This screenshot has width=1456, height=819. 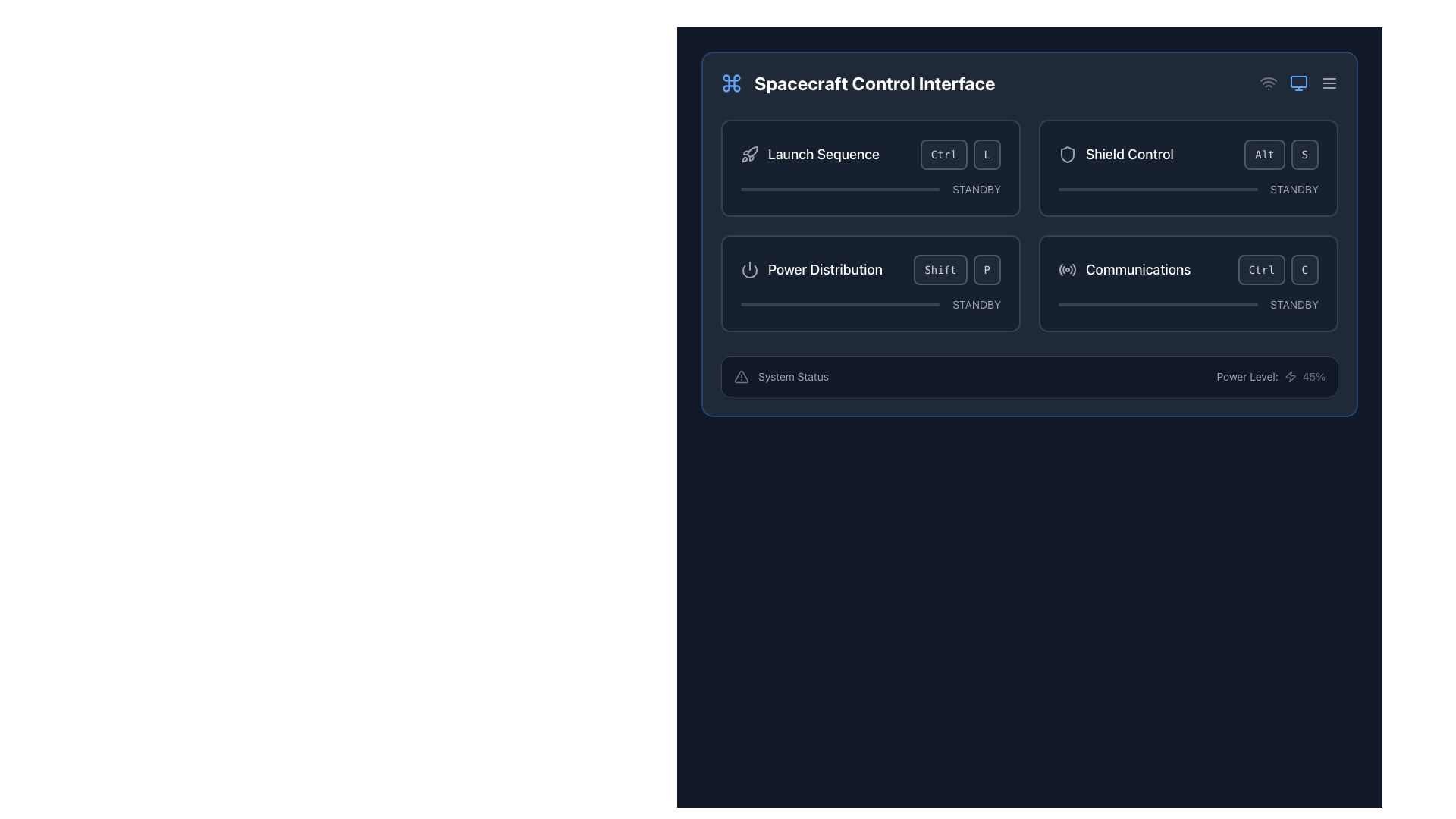 I want to click on the text label 'Power Distribution' which is displayed in bold, white font on a dark background, located in the second row of the interface, to the left of the power icon, so click(x=824, y=268).